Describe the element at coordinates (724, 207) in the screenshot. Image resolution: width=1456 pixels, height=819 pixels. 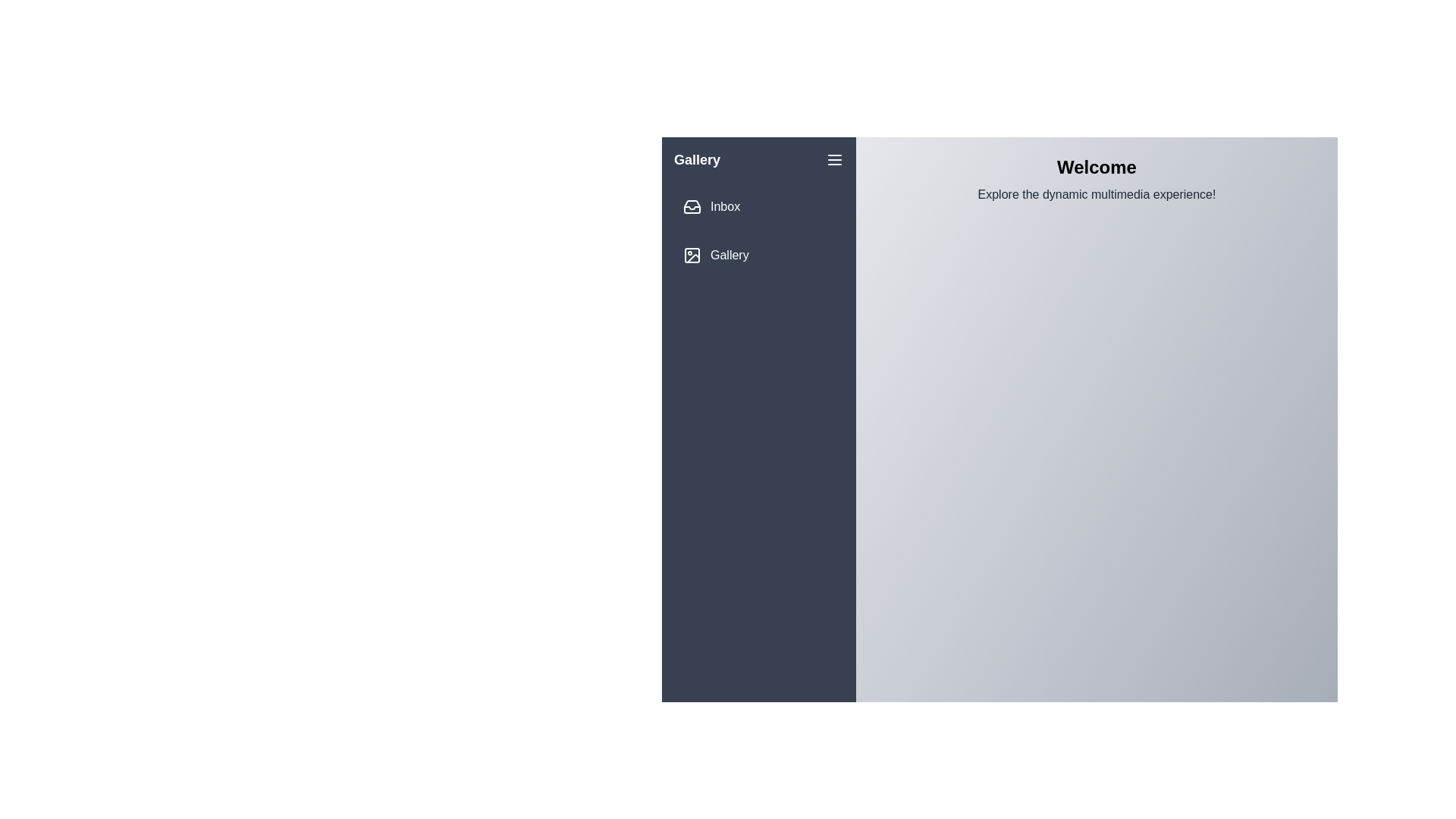
I see `label indicating the 'Inbox' navigation link located in the sidebar navigation menu, positioned to the right of a mail icon` at that location.